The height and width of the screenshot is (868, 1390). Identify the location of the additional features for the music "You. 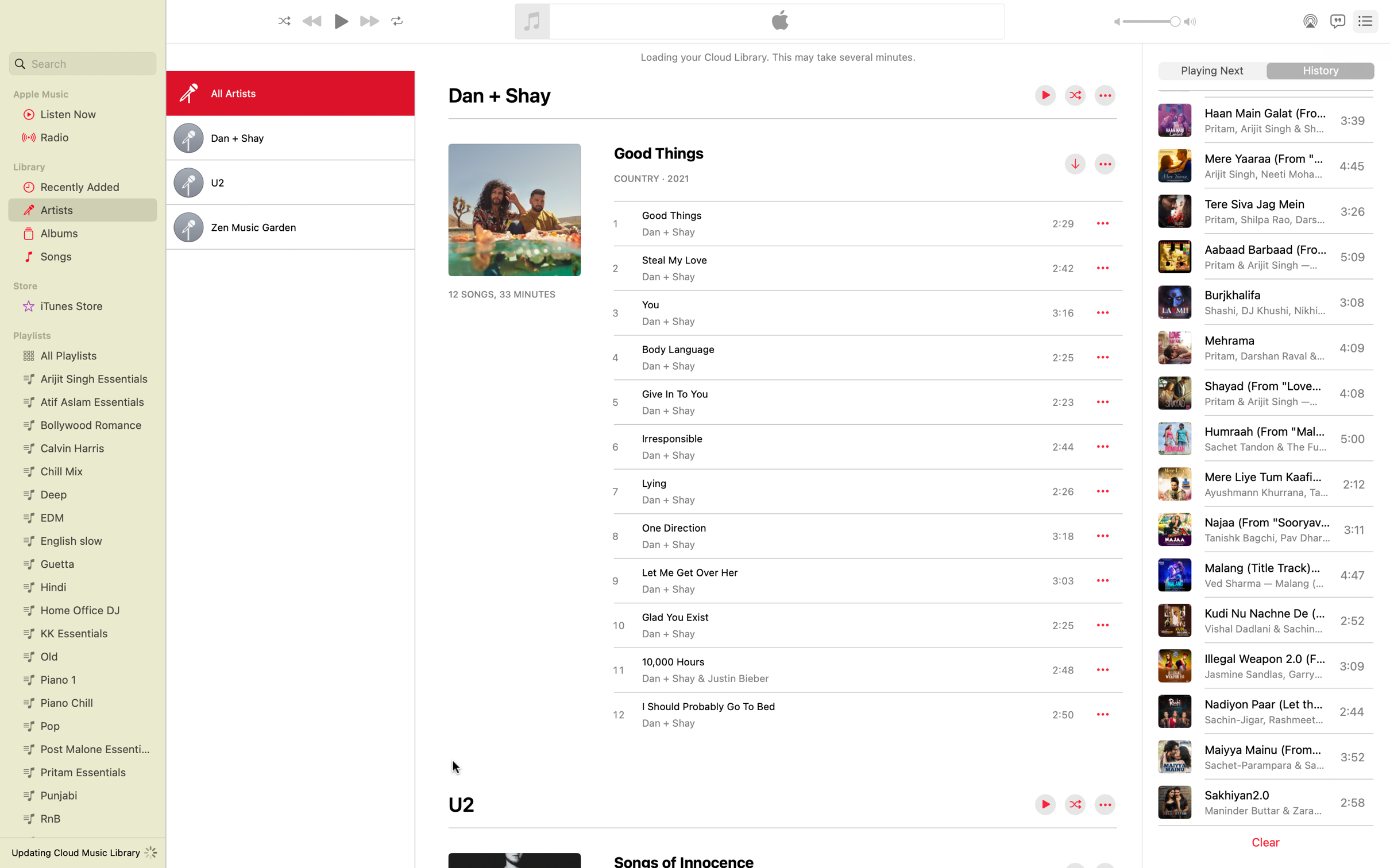
(1101, 313).